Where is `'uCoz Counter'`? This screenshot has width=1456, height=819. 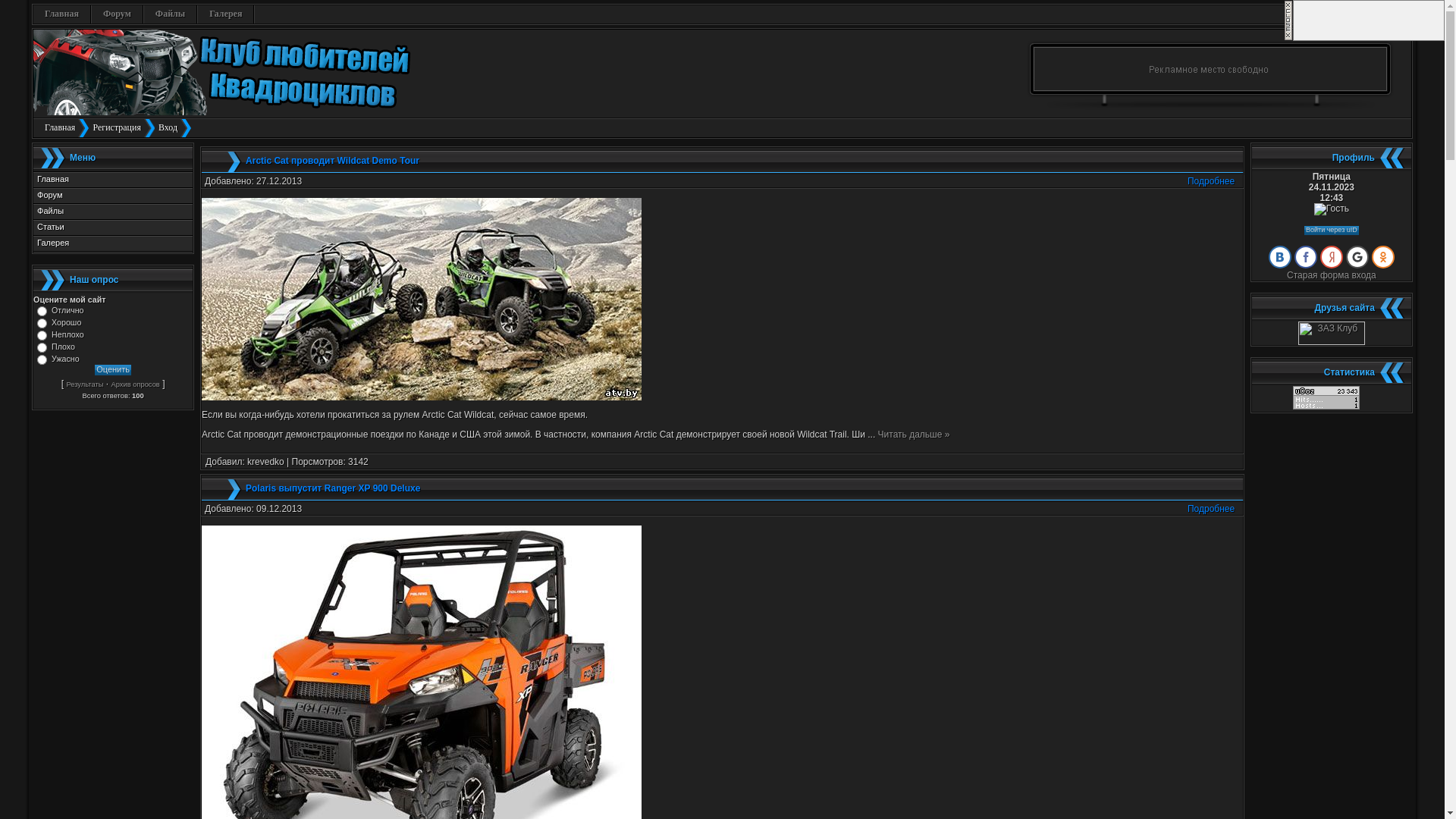 'uCoz Counter' is located at coordinates (1325, 406).